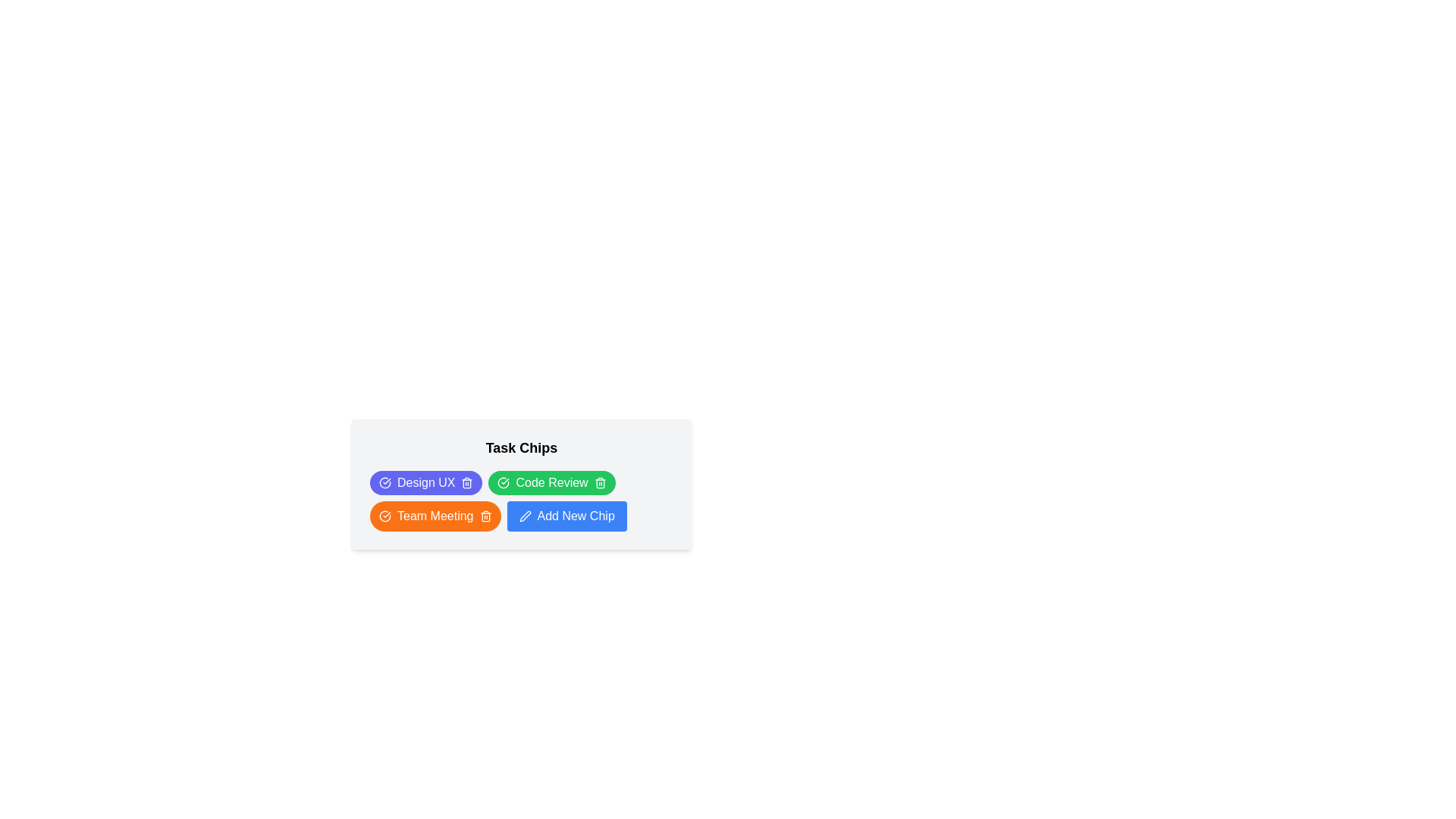 This screenshot has width=1456, height=819. I want to click on the purple circular icon with a white checkmark, located on the left side of the 'Design UX' text within the 'Task Chips' grid layout, so click(385, 482).